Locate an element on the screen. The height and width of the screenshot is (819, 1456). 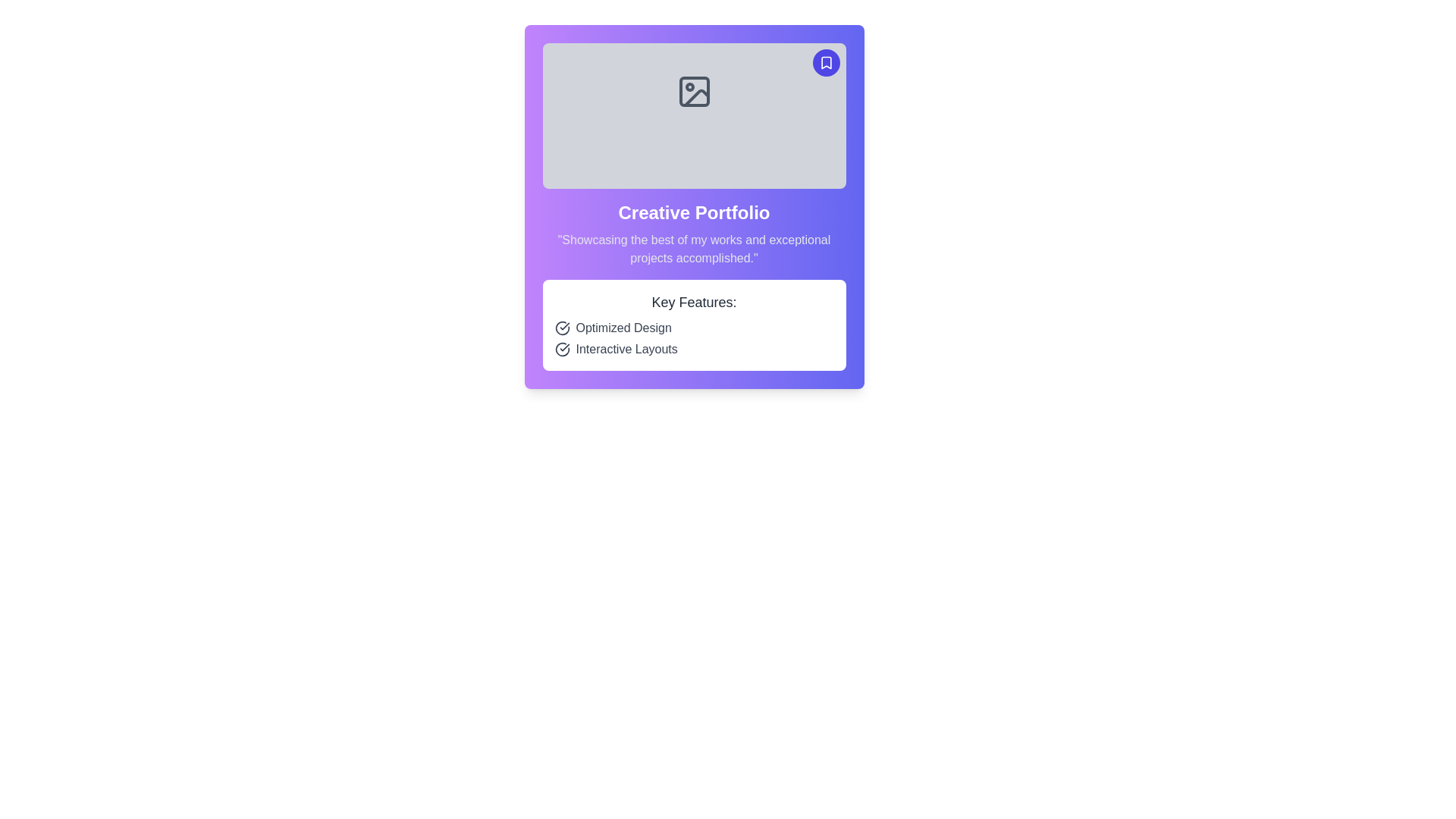
text displayed in the heading element, which serves as the main title for the card and is located at the top section, centered horizontally below an image placeholder is located at coordinates (693, 213).